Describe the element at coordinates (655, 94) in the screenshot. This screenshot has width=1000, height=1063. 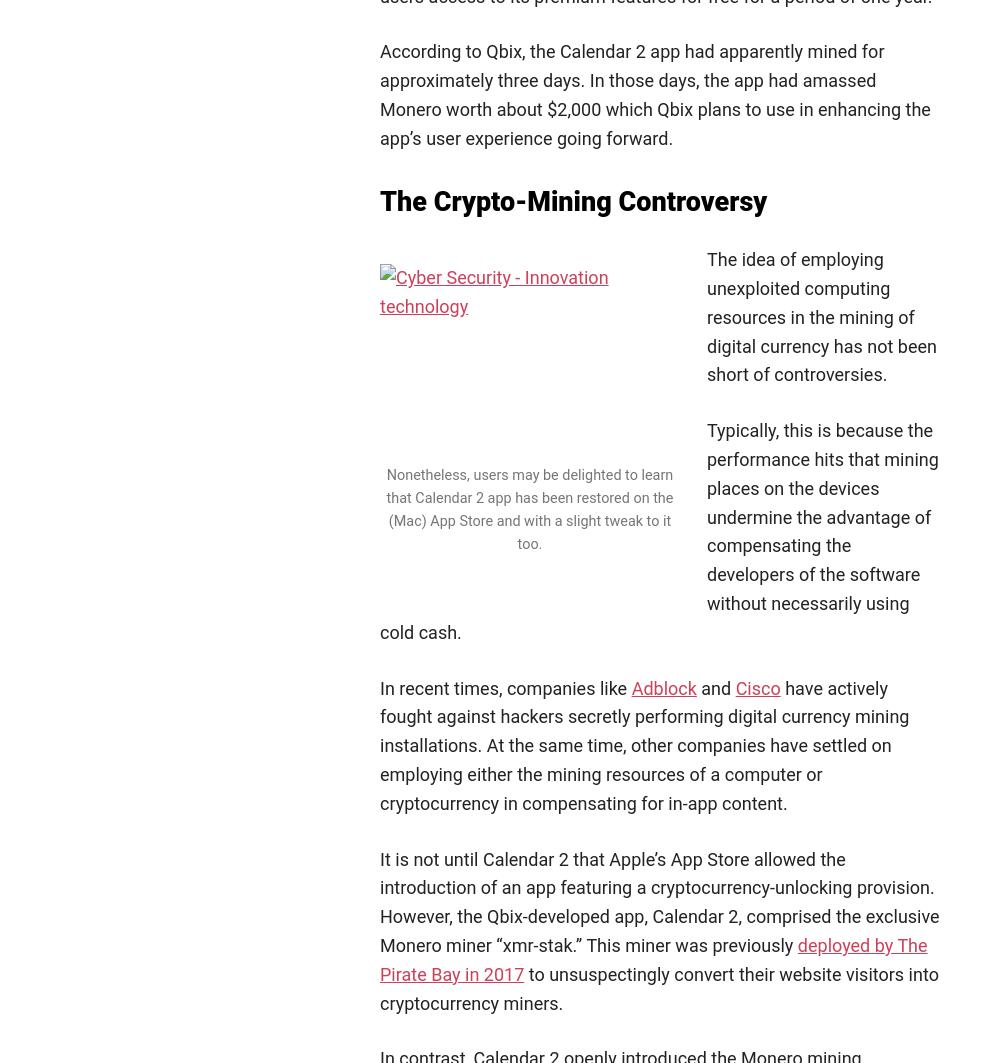
I see `'According to Qbix, the Calendar 2 app had apparently mined for approximately three days. In those days, the app had amassed Monero worth about $2,000 which Qbix plans to use in enhancing the app’s user experience going forward.'` at that location.